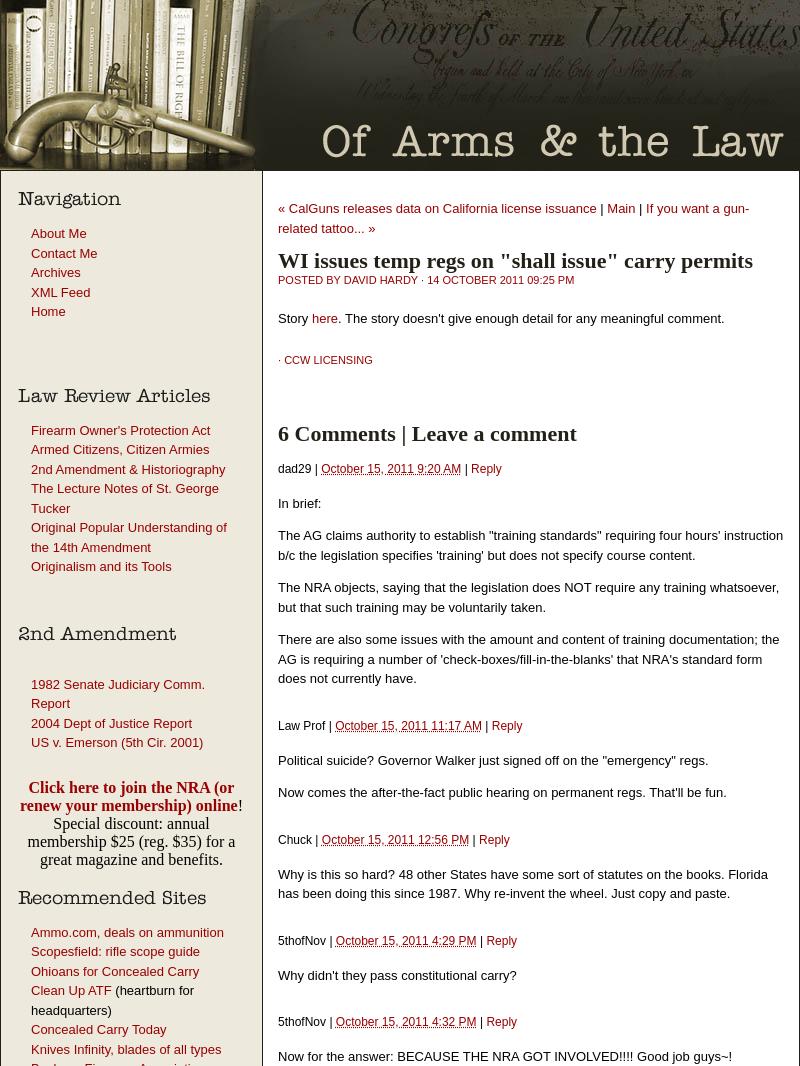 Image resolution: width=800 pixels, height=1066 pixels. I want to click on 'WI issues temp regs on "shall issue" carry permits', so click(278, 259).